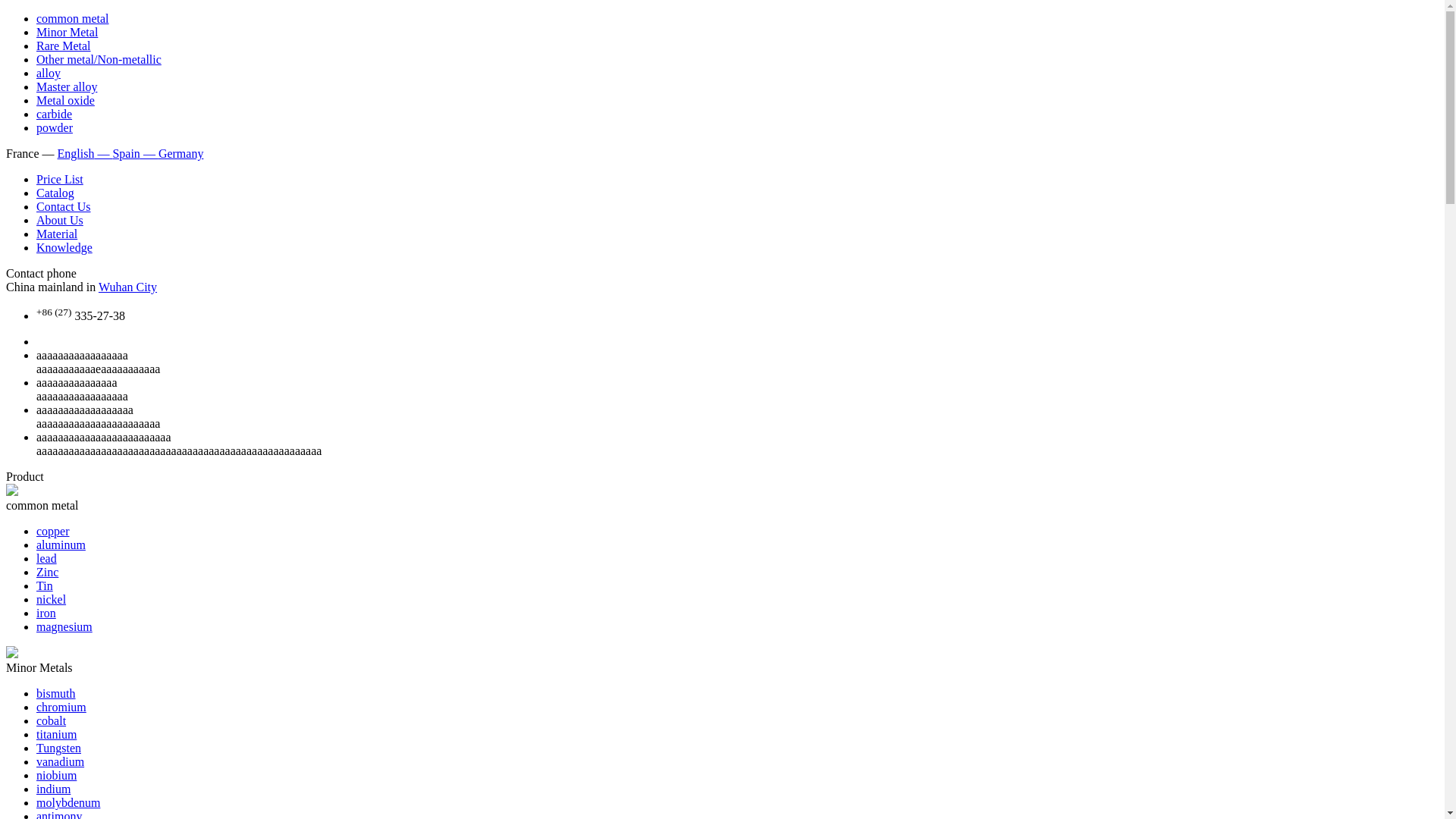 The height and width of the screenshot is (819, 1456). I want to click on 'molybdenum', so click(67, 802).